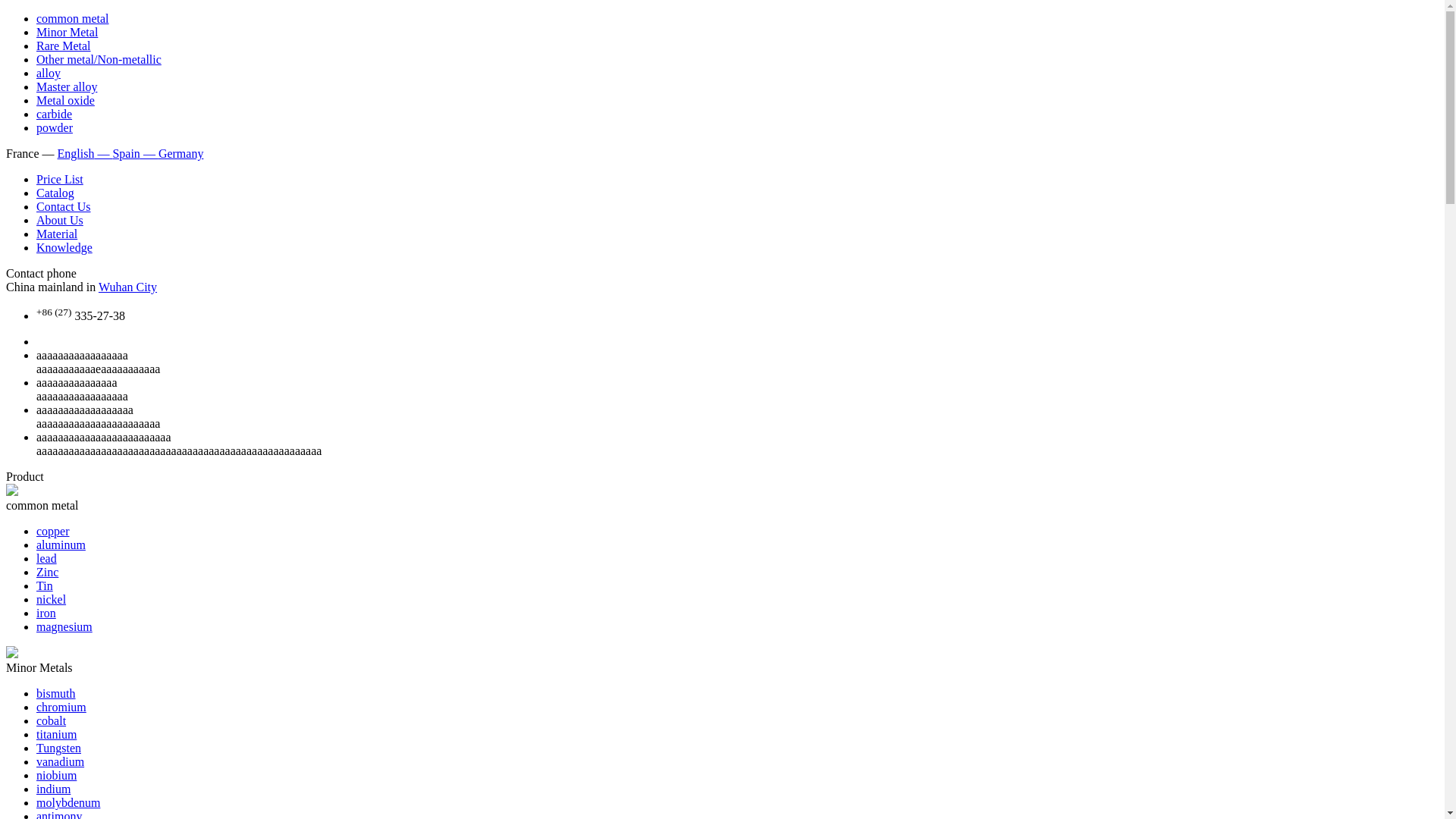 The height and width of the screenshot is (819, 1456). I want to click on 'molybdenum', so click(67, 802).